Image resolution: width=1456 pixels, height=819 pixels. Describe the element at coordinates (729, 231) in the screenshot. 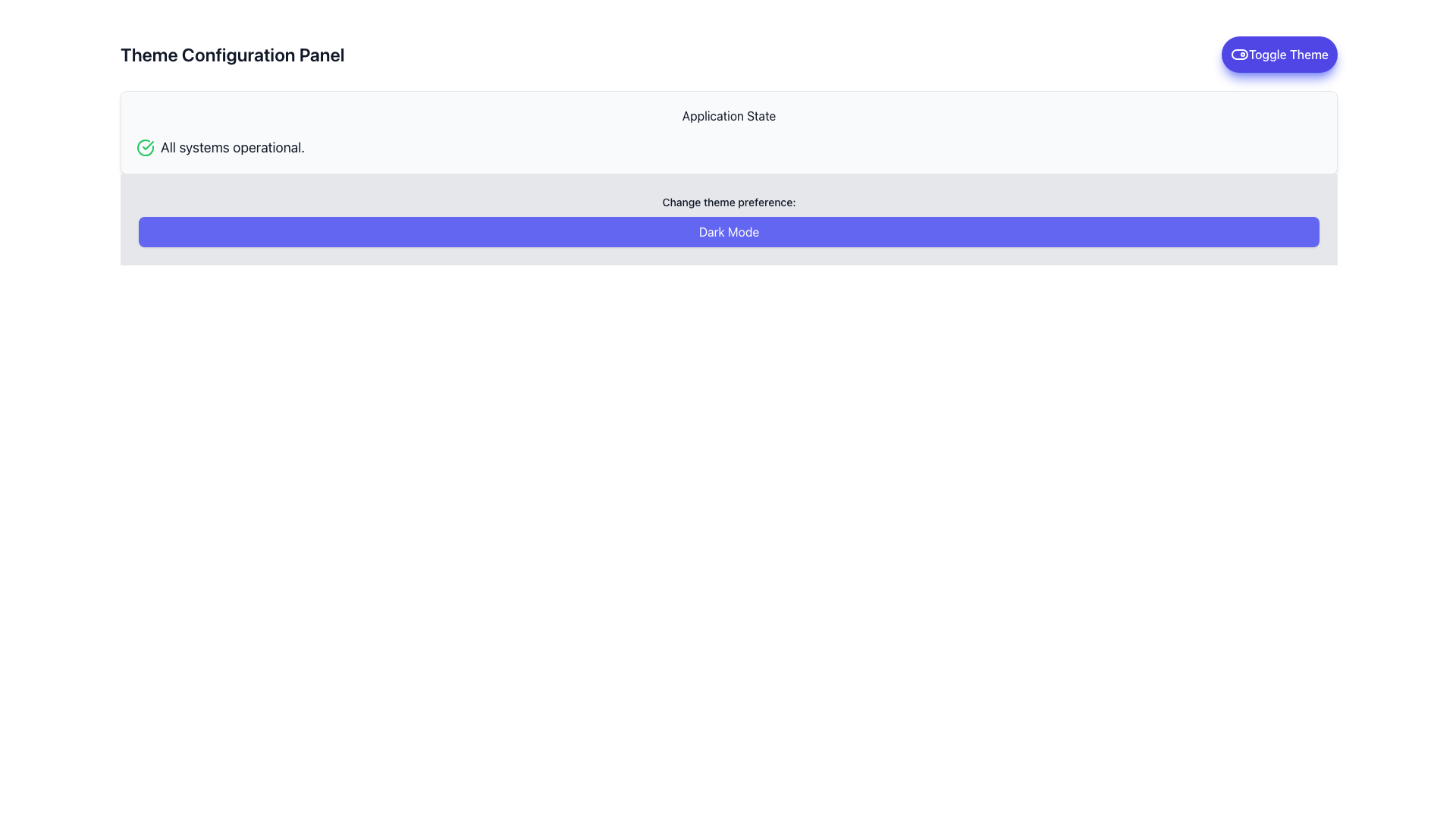

I see `the theme toggle button located below the 'Change theme preference:' text` at that location.